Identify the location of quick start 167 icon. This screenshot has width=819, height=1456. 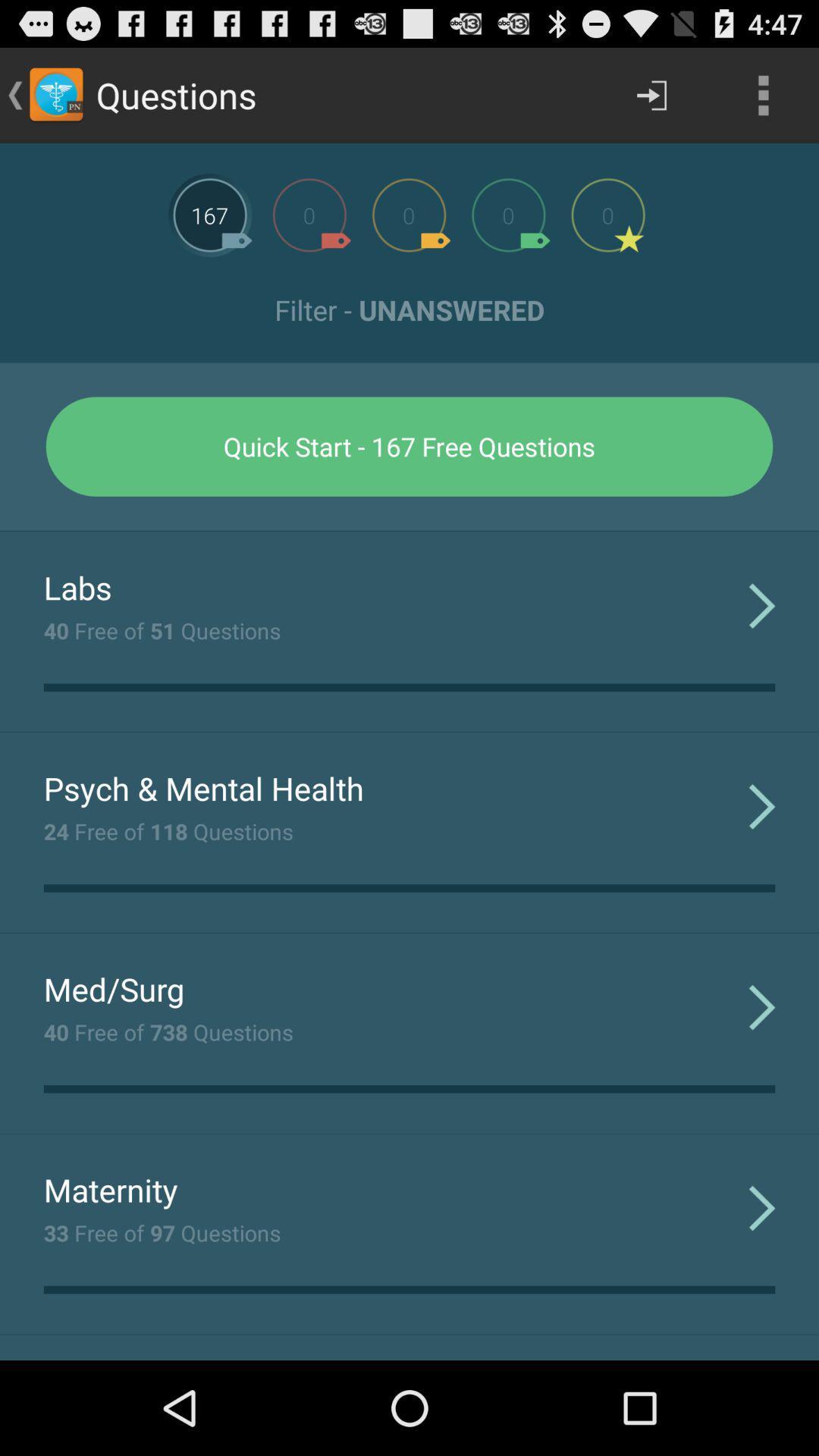
(409, 446).